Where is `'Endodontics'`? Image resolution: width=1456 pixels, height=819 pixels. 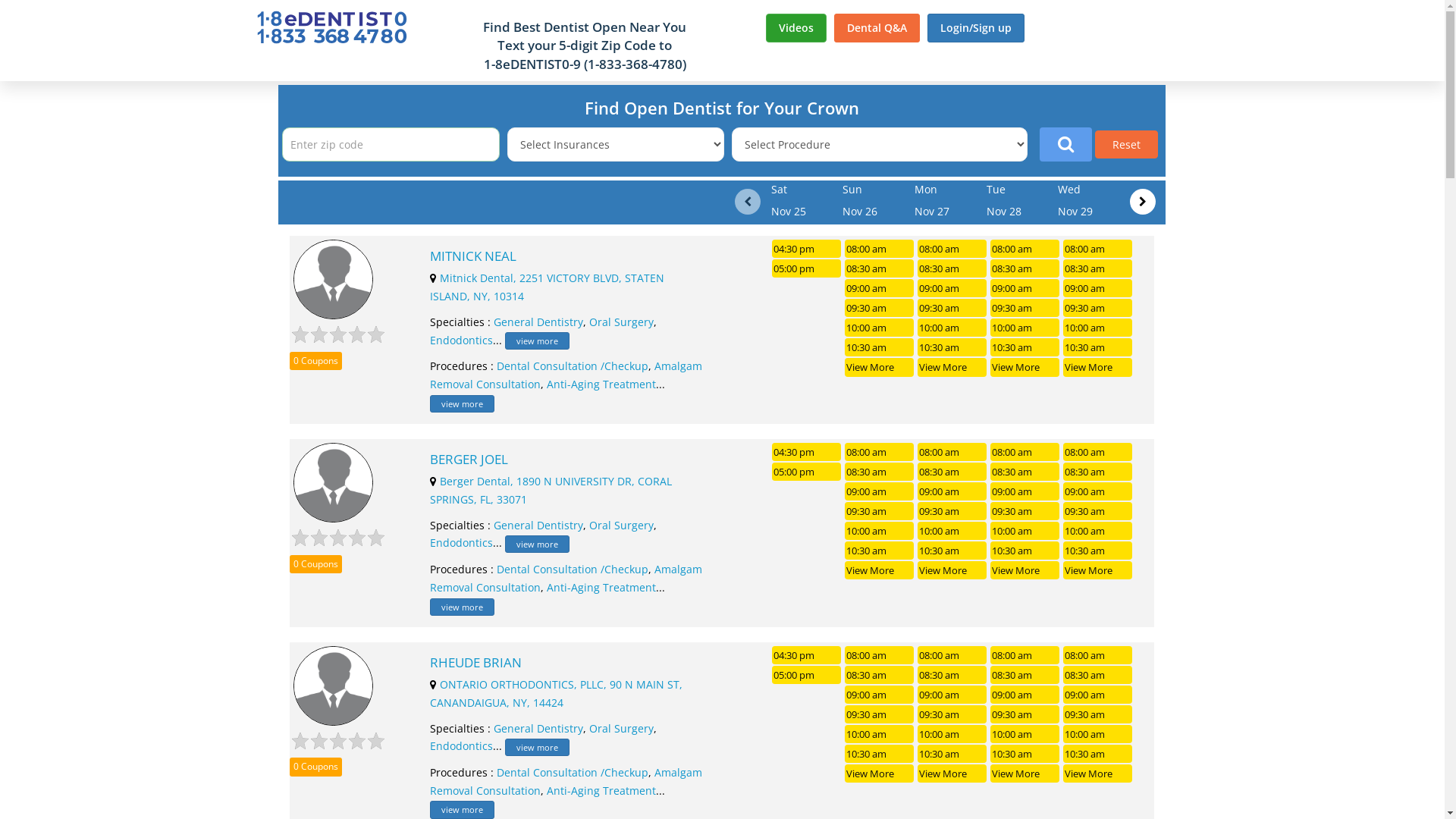 'Endodontics' is located at coordinates (460, 339).